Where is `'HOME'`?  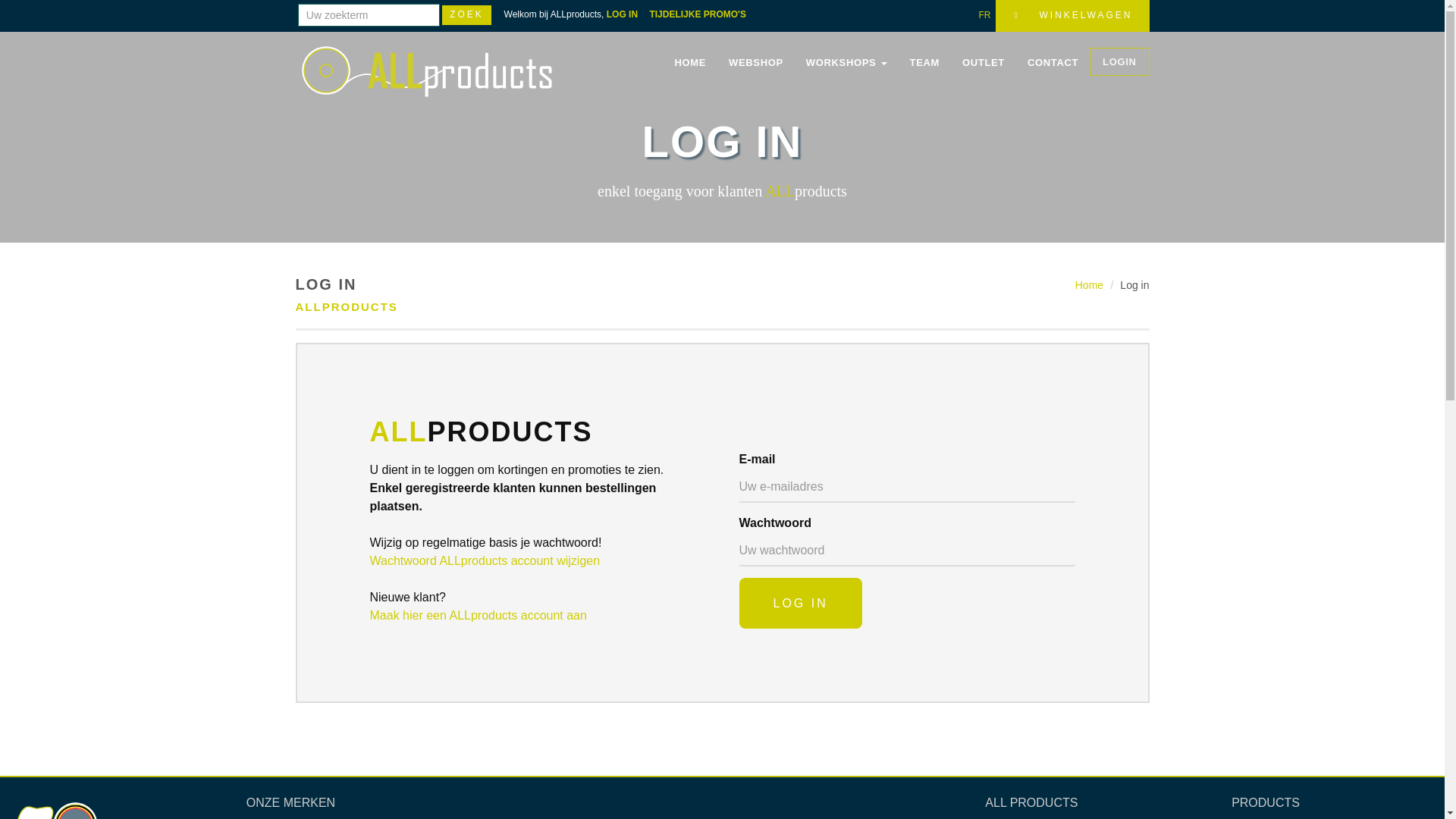
'HOME' is located at coordinates (689, 62).